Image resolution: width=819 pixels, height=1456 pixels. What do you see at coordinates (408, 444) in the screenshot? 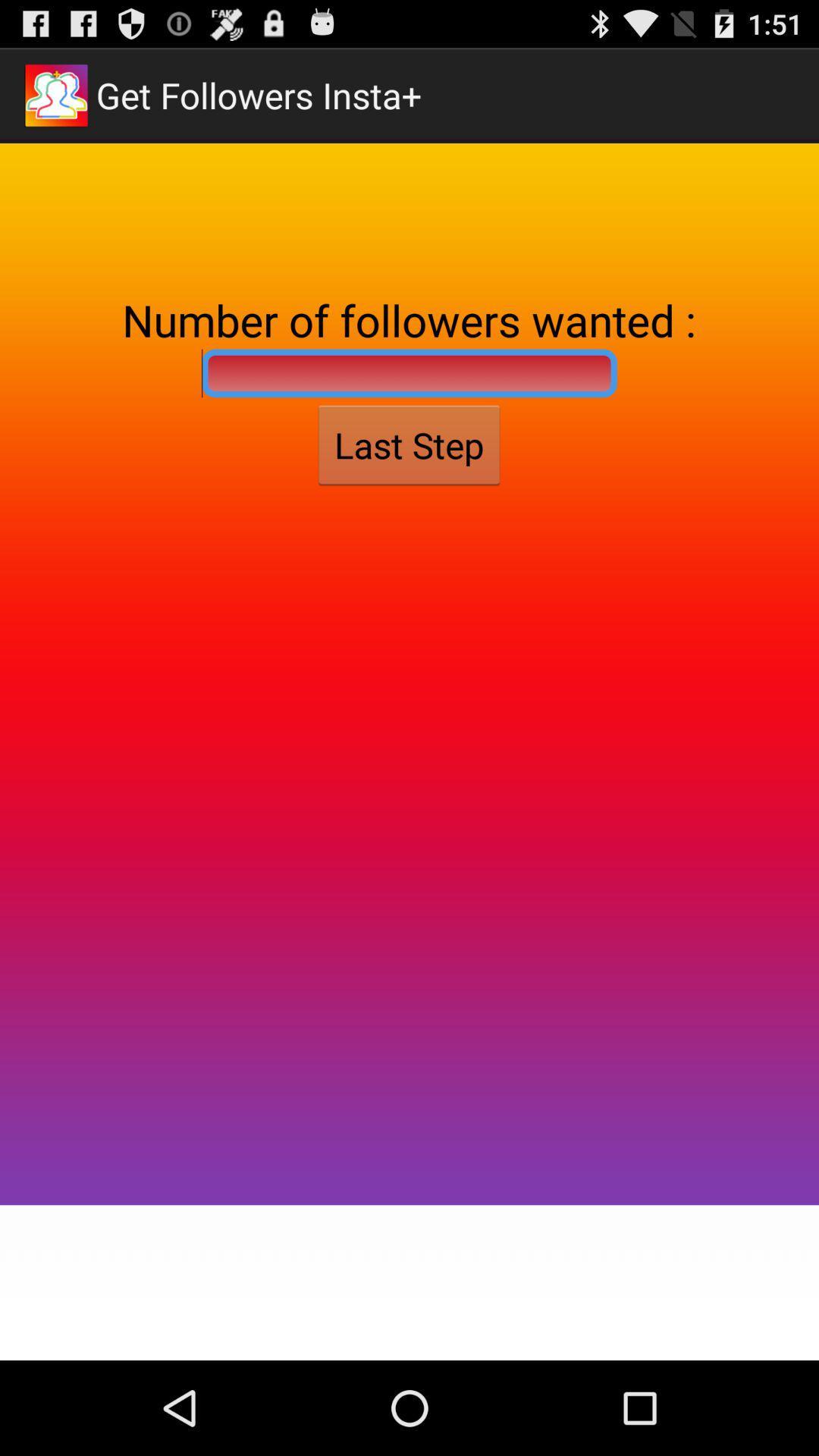
I see `the last step item` at bounding box center [408, 444].